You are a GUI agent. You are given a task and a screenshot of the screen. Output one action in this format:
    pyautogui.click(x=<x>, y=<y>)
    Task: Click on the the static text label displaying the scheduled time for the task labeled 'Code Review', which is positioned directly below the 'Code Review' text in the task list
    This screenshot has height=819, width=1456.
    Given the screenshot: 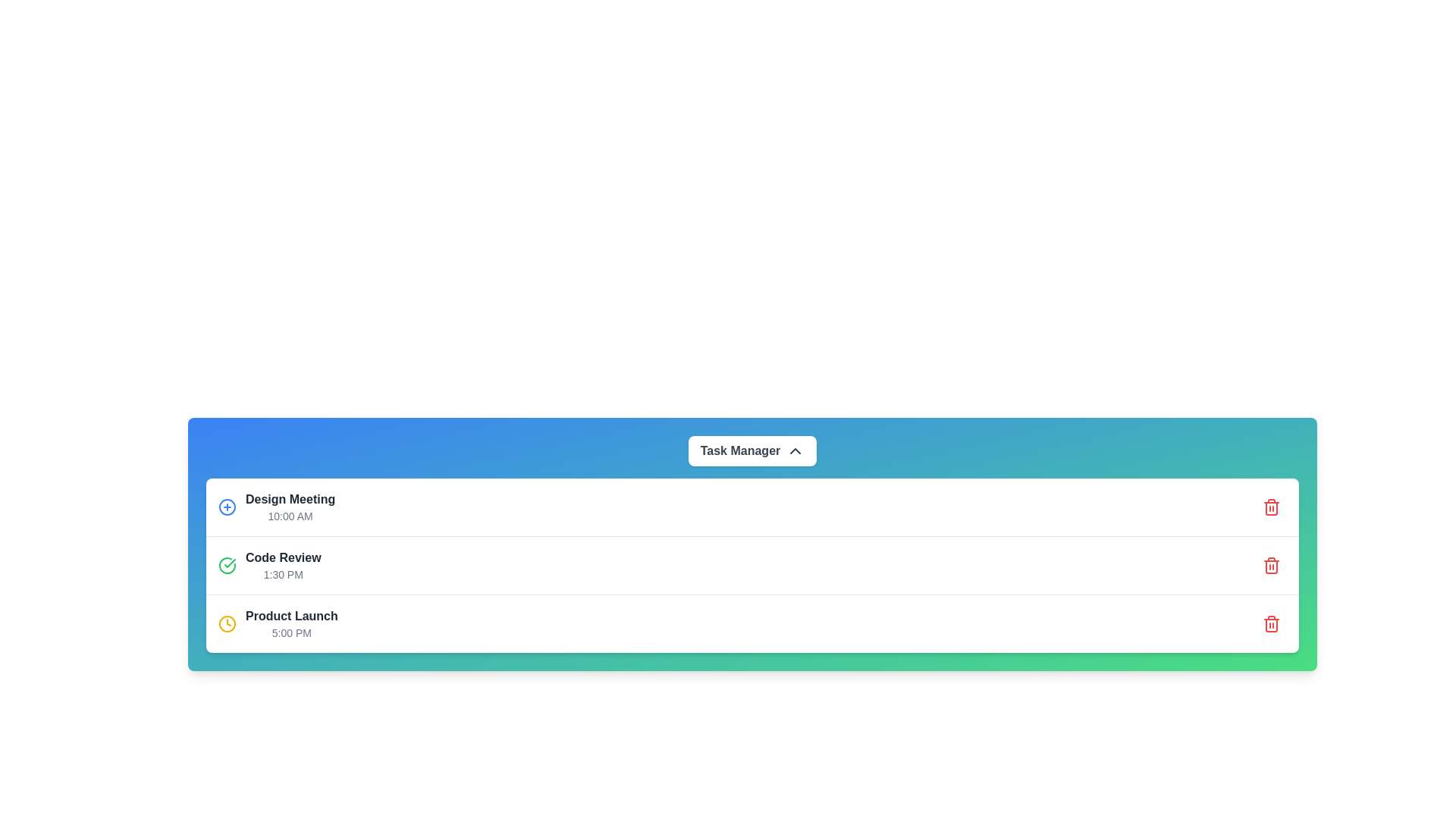 What is the action you would take?
    pyautogui.click(x=283, y=575)
    